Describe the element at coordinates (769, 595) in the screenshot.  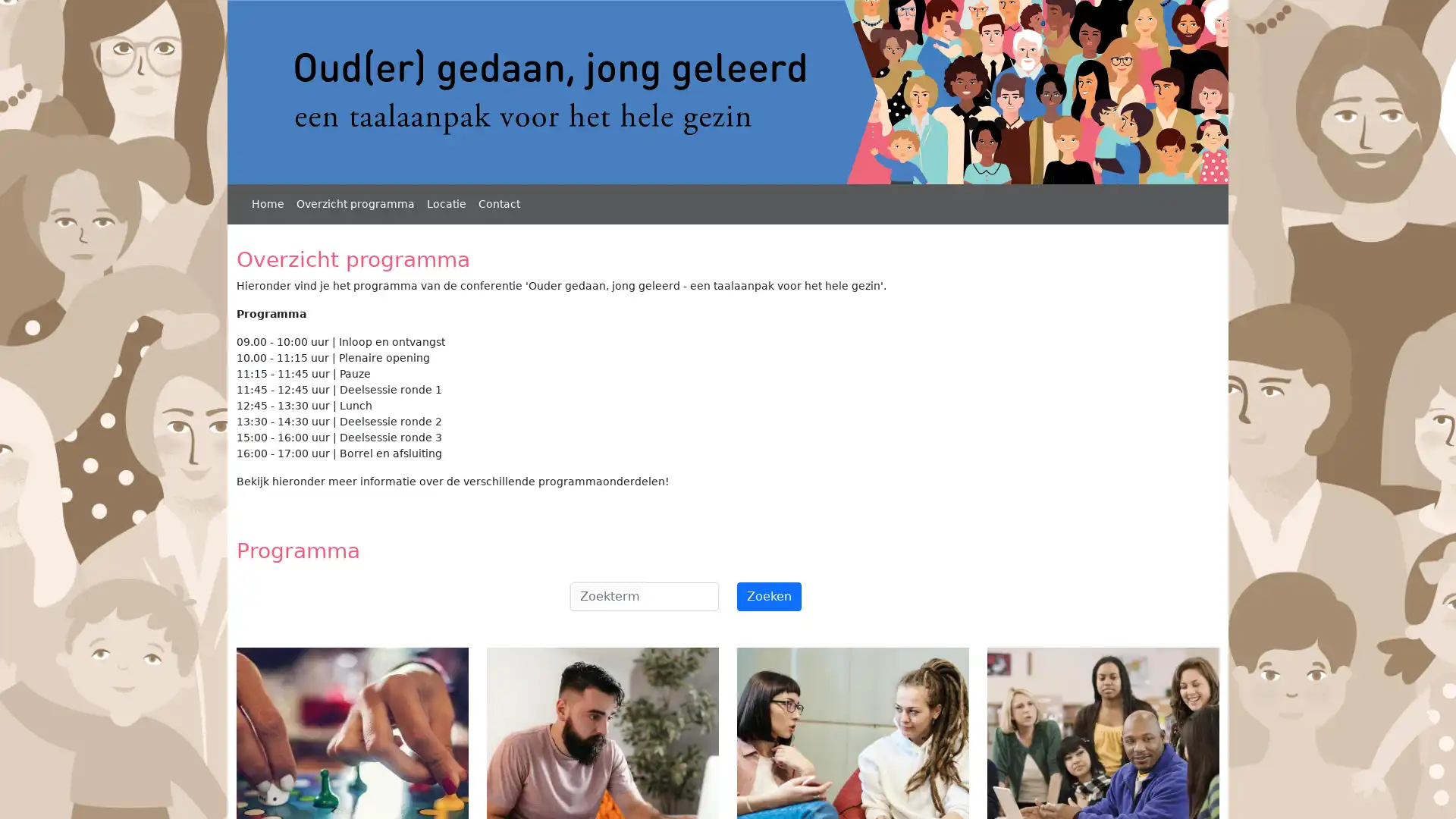
I see `Zoeken` at that location.